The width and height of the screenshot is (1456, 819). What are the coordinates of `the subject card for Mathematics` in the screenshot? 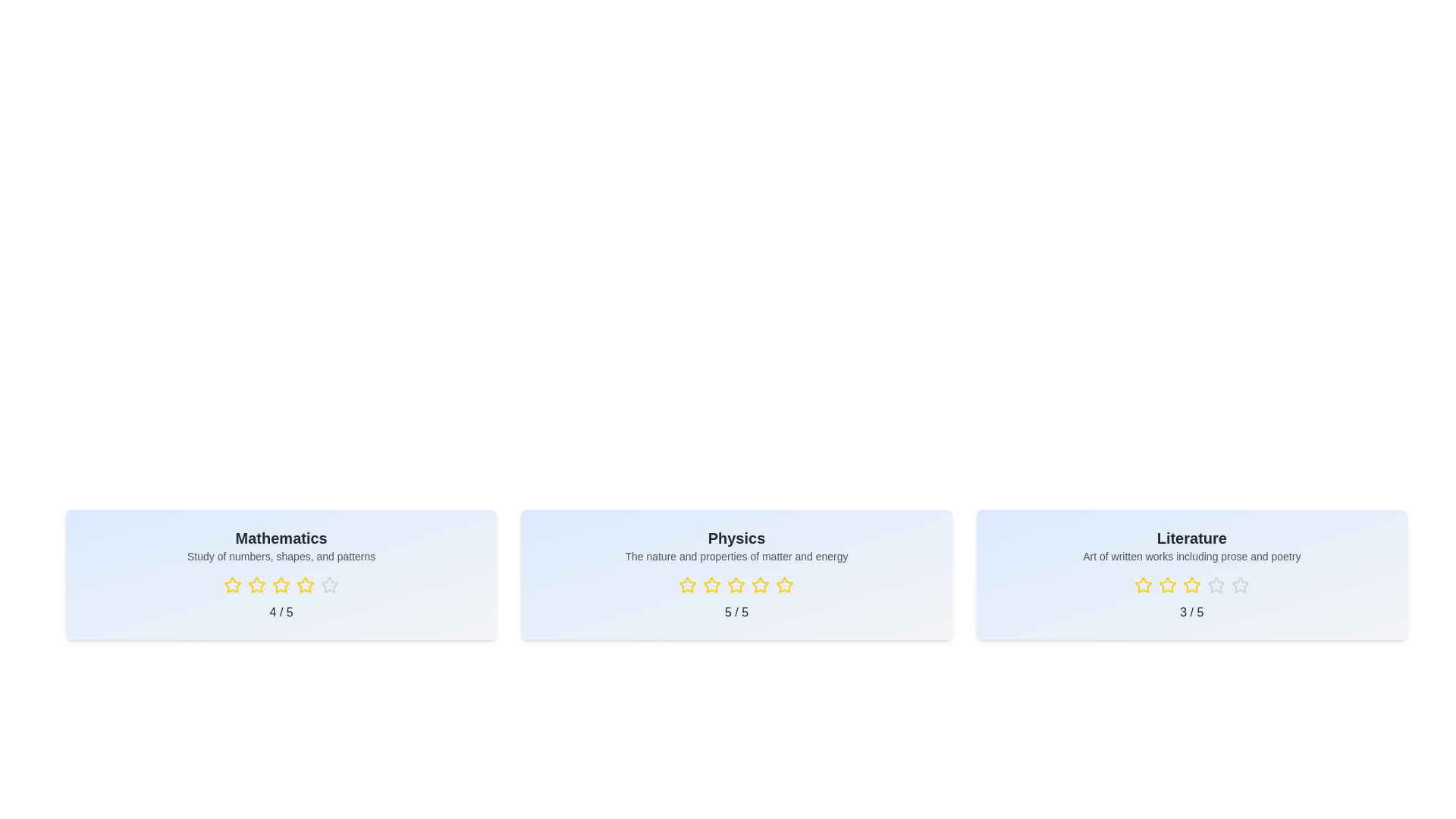 It's located at (281, 575).